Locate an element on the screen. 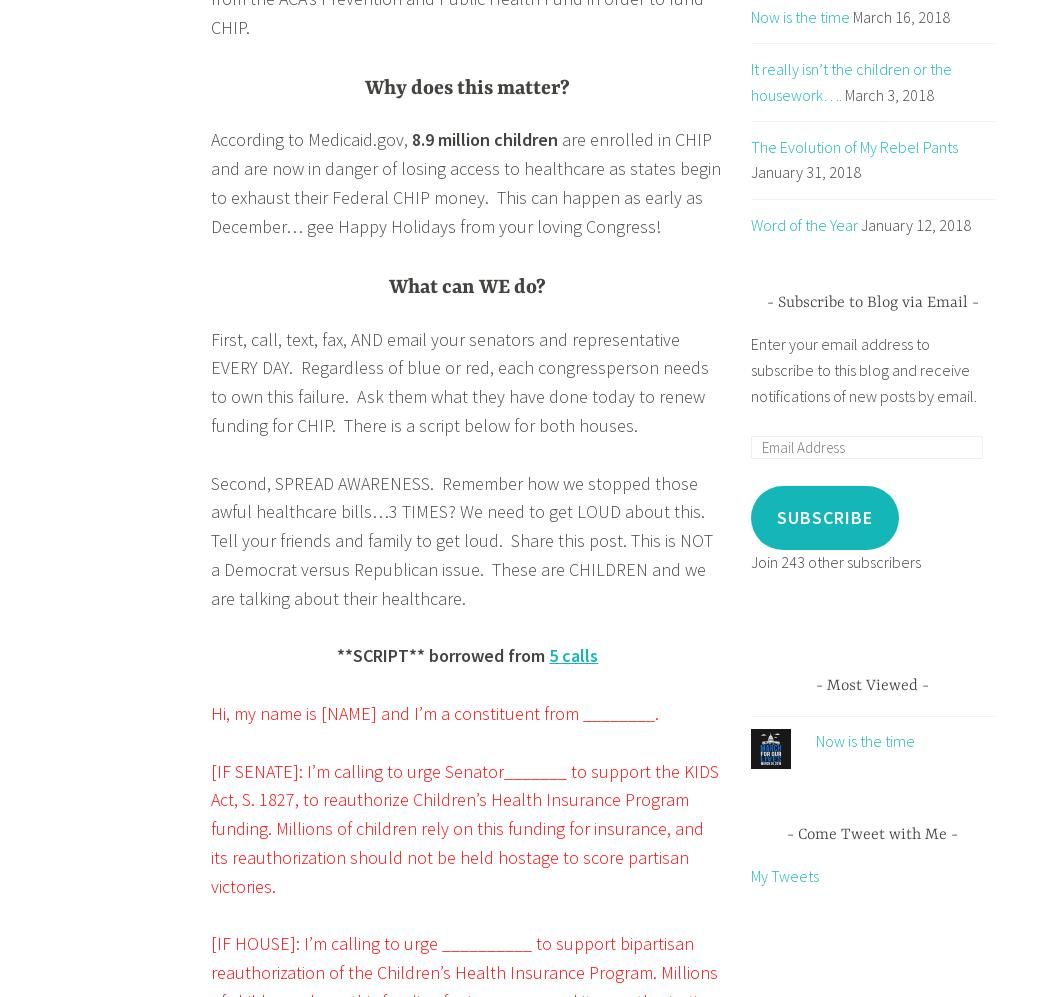 Image resolution: width=1050 pixels, height=997 pixels. 'Word of the Year' is located at coordinates (802, 224).